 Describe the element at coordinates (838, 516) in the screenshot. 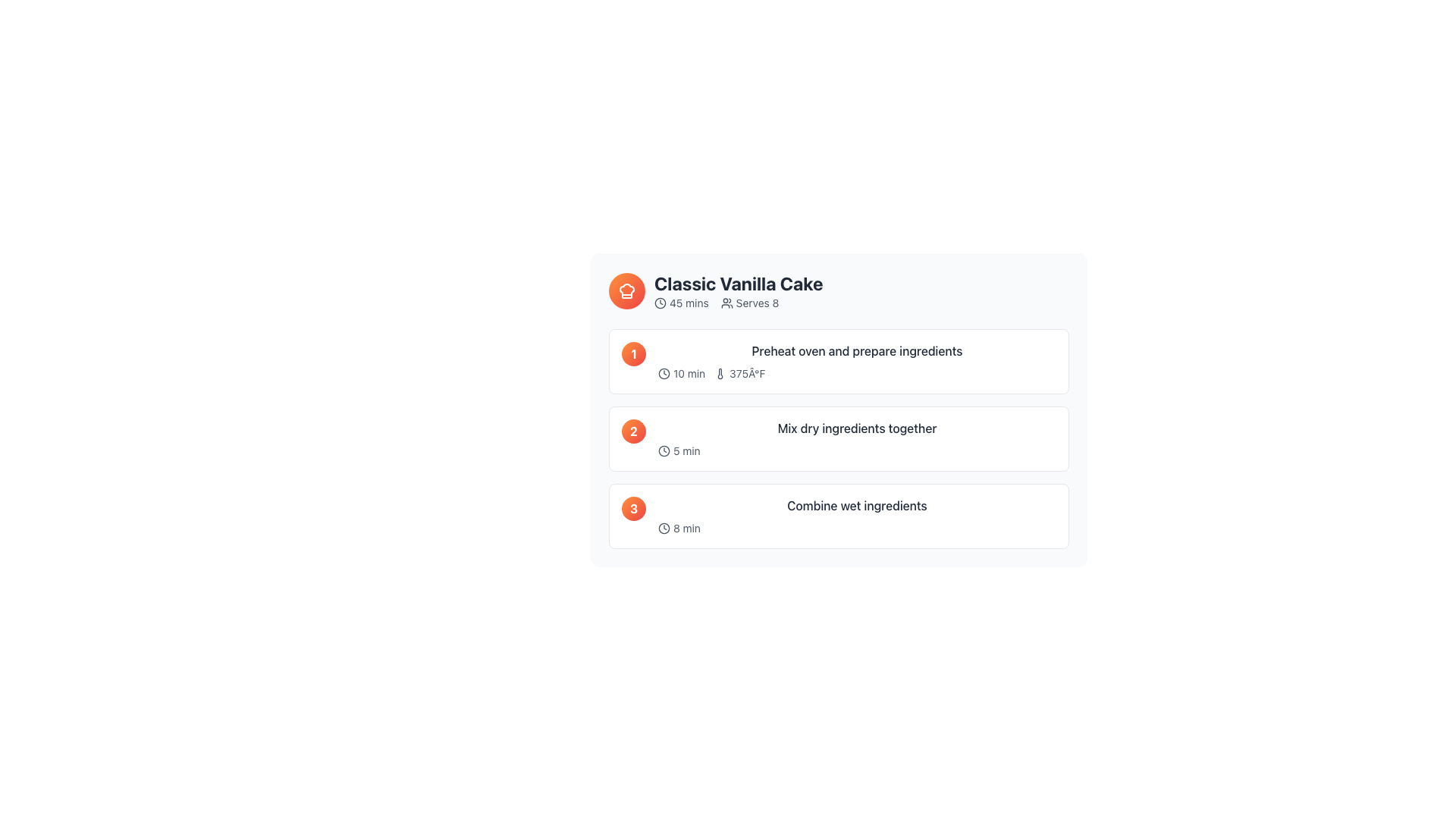

I see `the third step in the recipe list, which is located within a white card below the 'Classic Vanilla Cake' title` at that location.